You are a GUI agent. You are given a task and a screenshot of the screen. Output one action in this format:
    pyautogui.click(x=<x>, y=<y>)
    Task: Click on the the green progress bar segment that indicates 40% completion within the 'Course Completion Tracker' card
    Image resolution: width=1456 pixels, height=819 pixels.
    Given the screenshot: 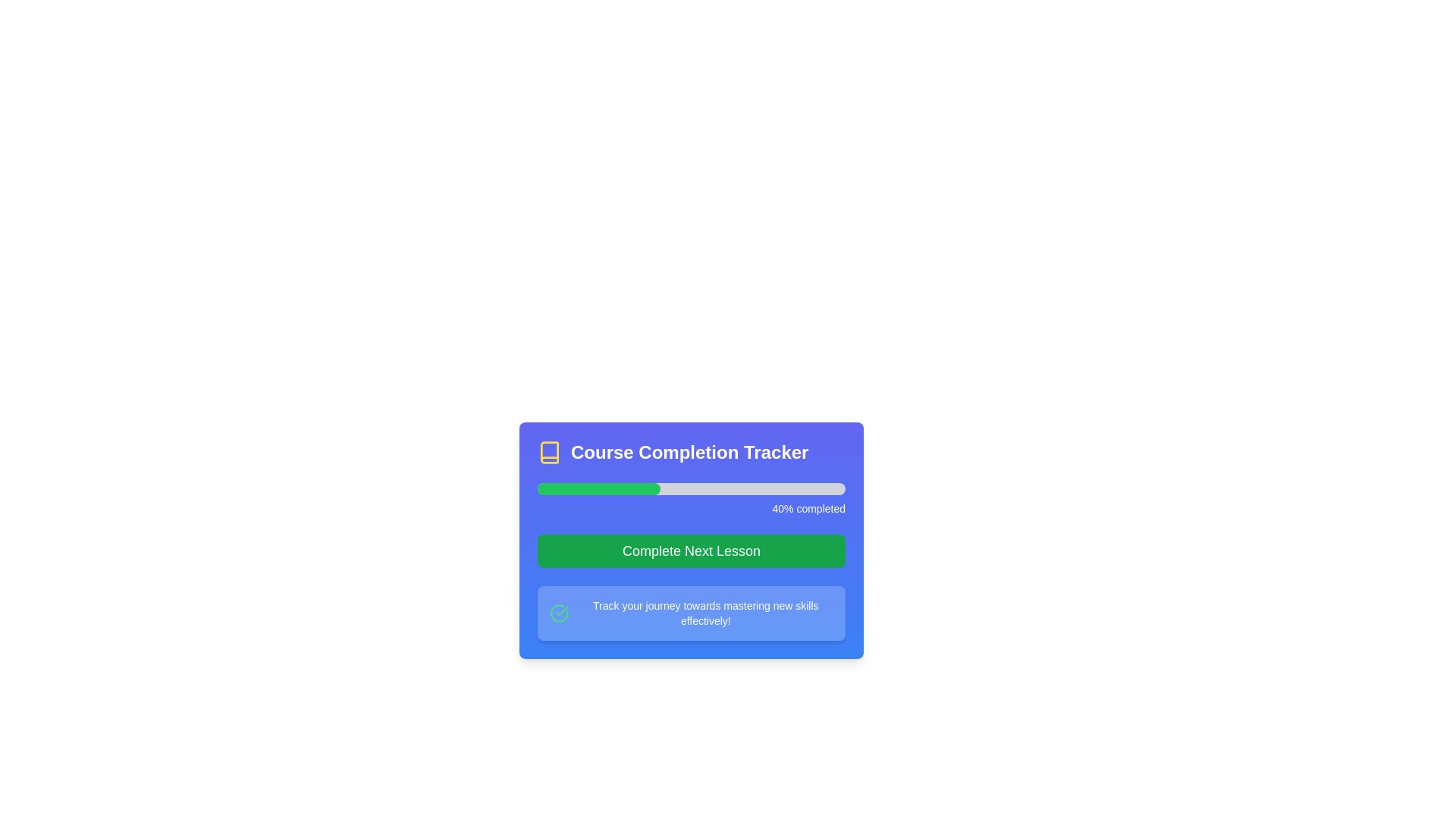 What is the action you would take?
    pyautogui.click(x=598, y=488)
    